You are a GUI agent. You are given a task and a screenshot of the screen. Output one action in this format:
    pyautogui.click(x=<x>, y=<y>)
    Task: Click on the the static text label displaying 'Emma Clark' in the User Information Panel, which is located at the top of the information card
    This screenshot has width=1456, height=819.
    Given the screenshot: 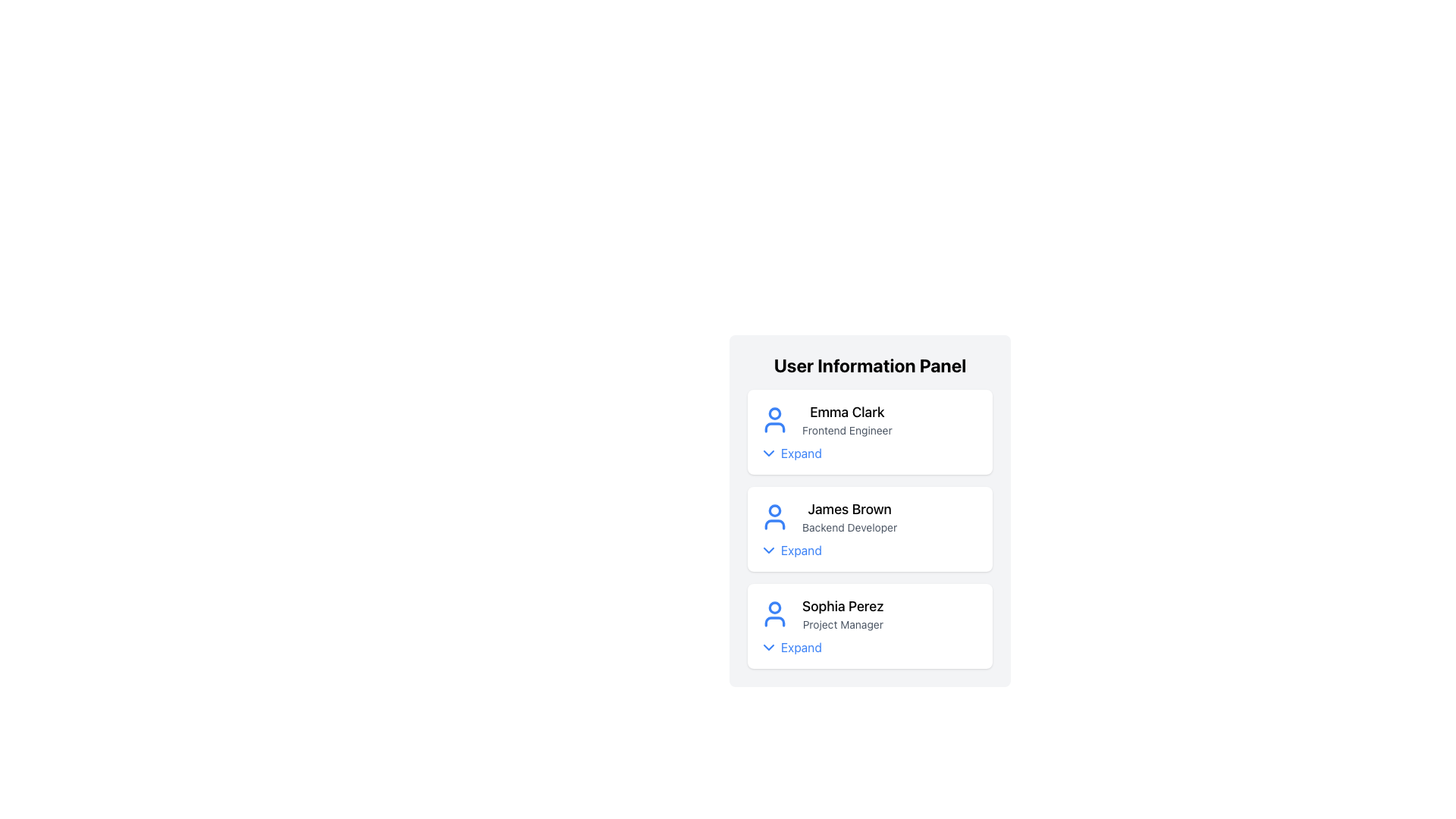 What is the action you would take?
    pyautogui.click(x=846, y=412)
    